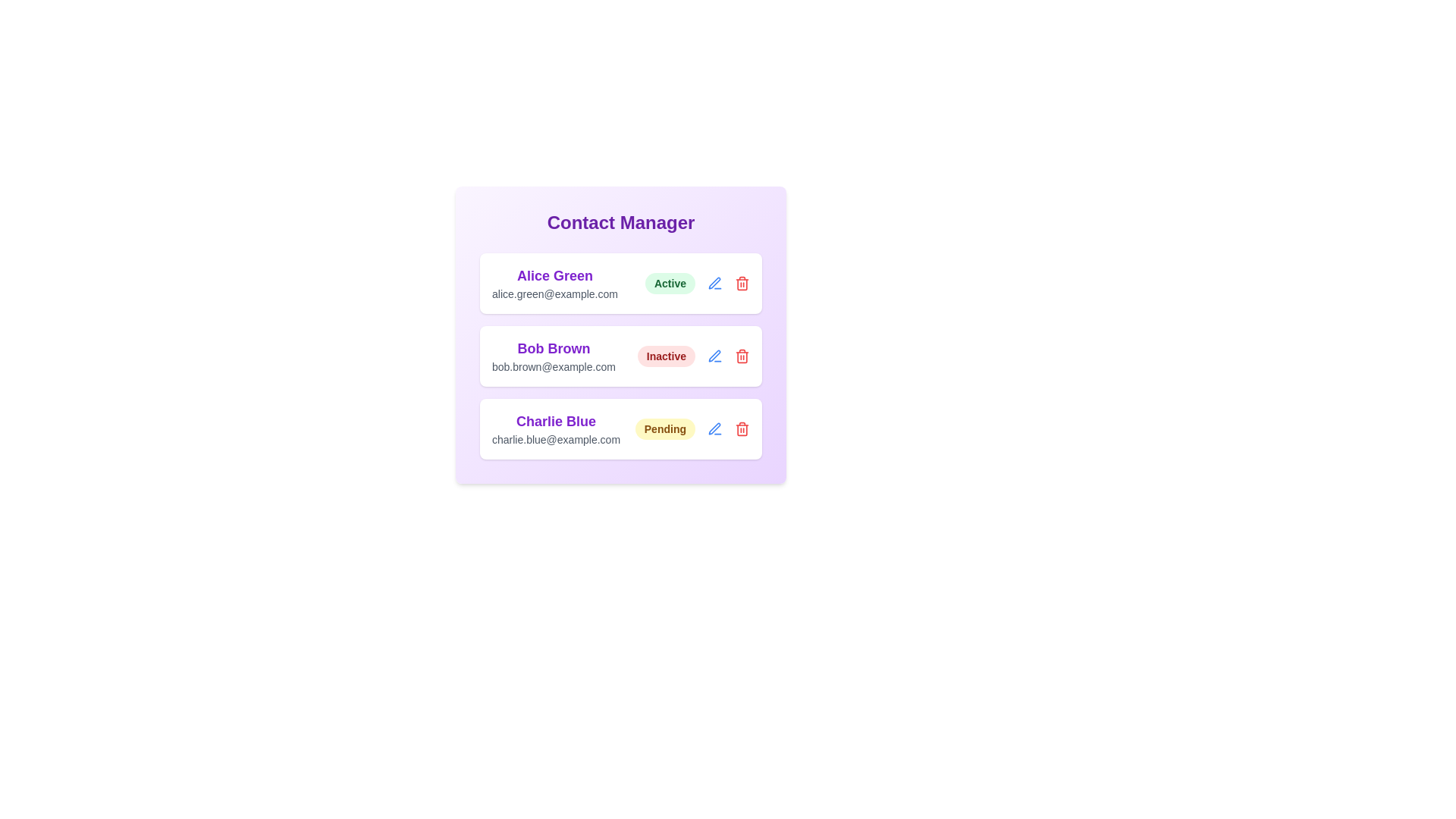  I want to click on edit icon for Charlie Blue to edit their information, so click(714, 429).